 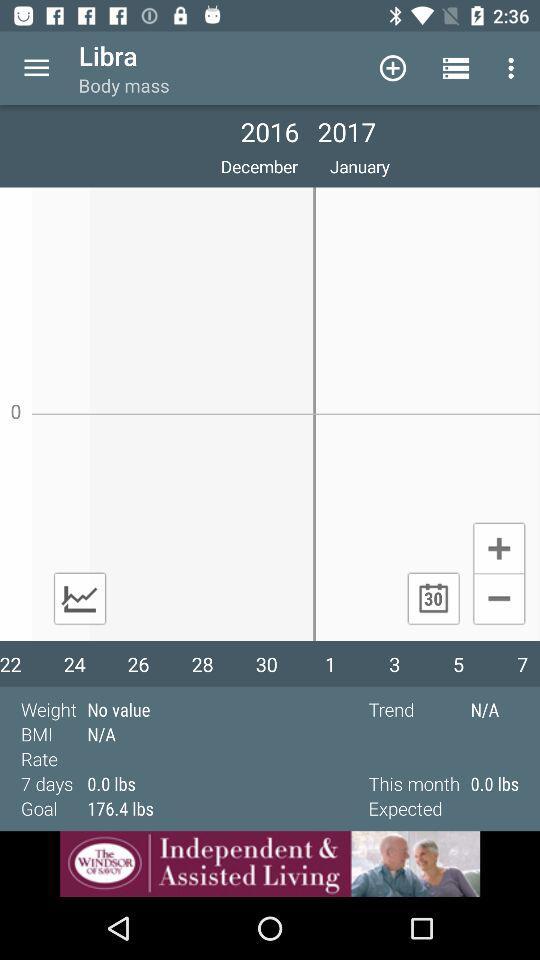 I want to click on graph mode button, so click(x=79, y=598).